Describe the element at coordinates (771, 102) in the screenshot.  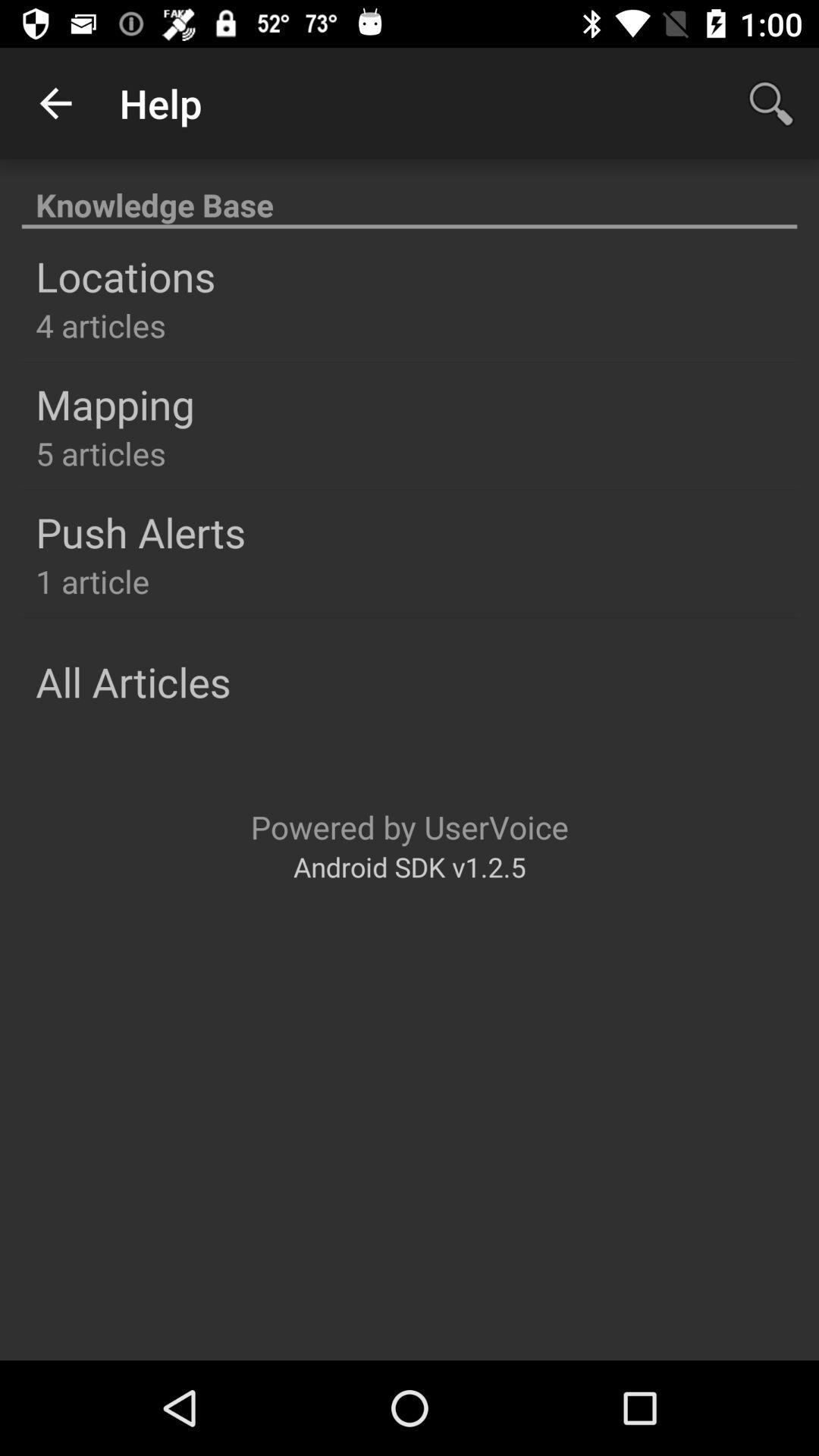
I see `the item next to help item` at that location.